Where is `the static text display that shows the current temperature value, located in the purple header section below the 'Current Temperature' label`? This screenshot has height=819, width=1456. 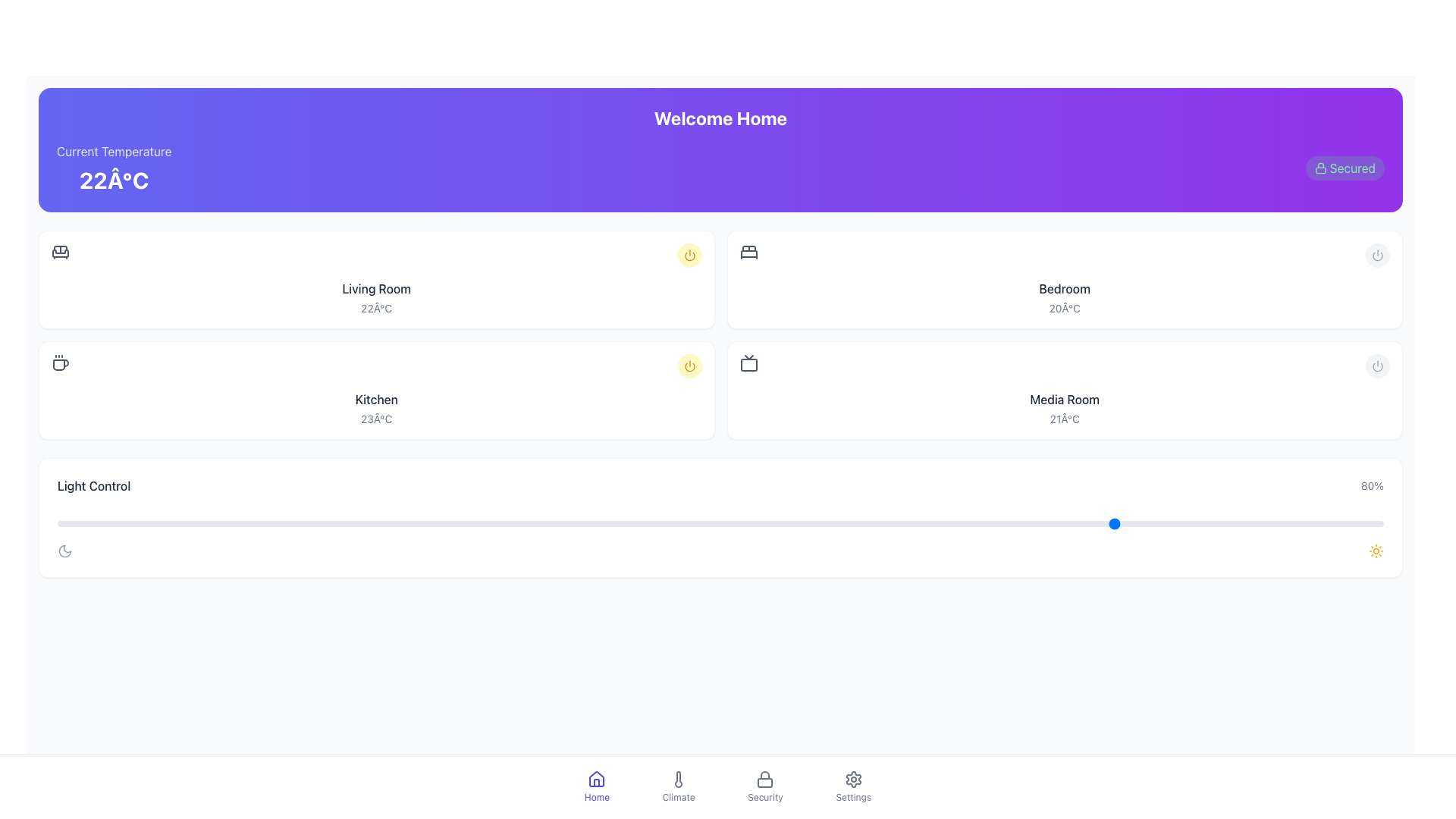 the static text display that shows the current temperature value, located in the purple header section below the 'Current Temperature' label is located at coordinates (113, 180).